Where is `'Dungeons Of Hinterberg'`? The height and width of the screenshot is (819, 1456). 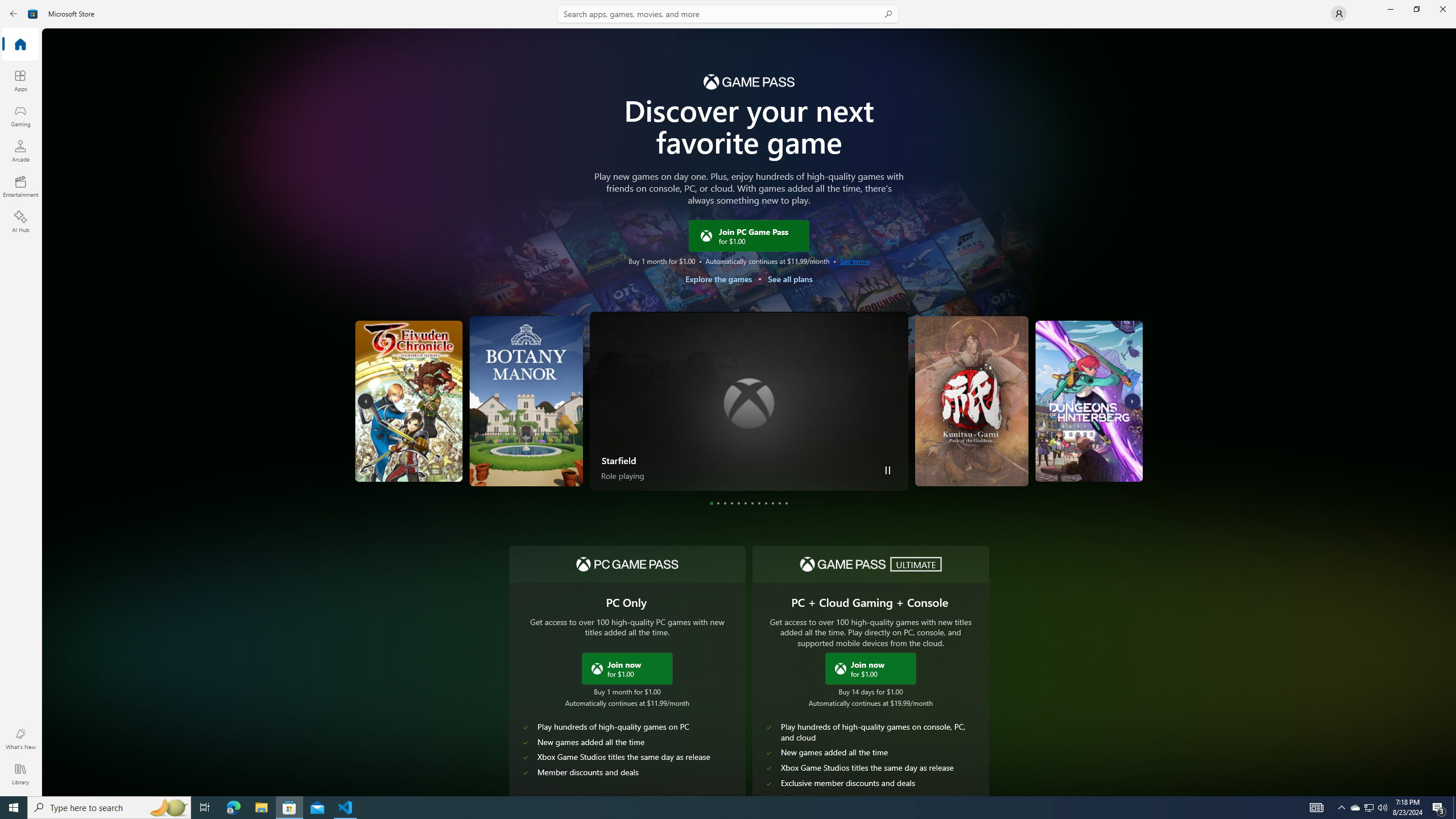
'Dungeons Of Hinterberg' is located at coordinates (1044, 400).